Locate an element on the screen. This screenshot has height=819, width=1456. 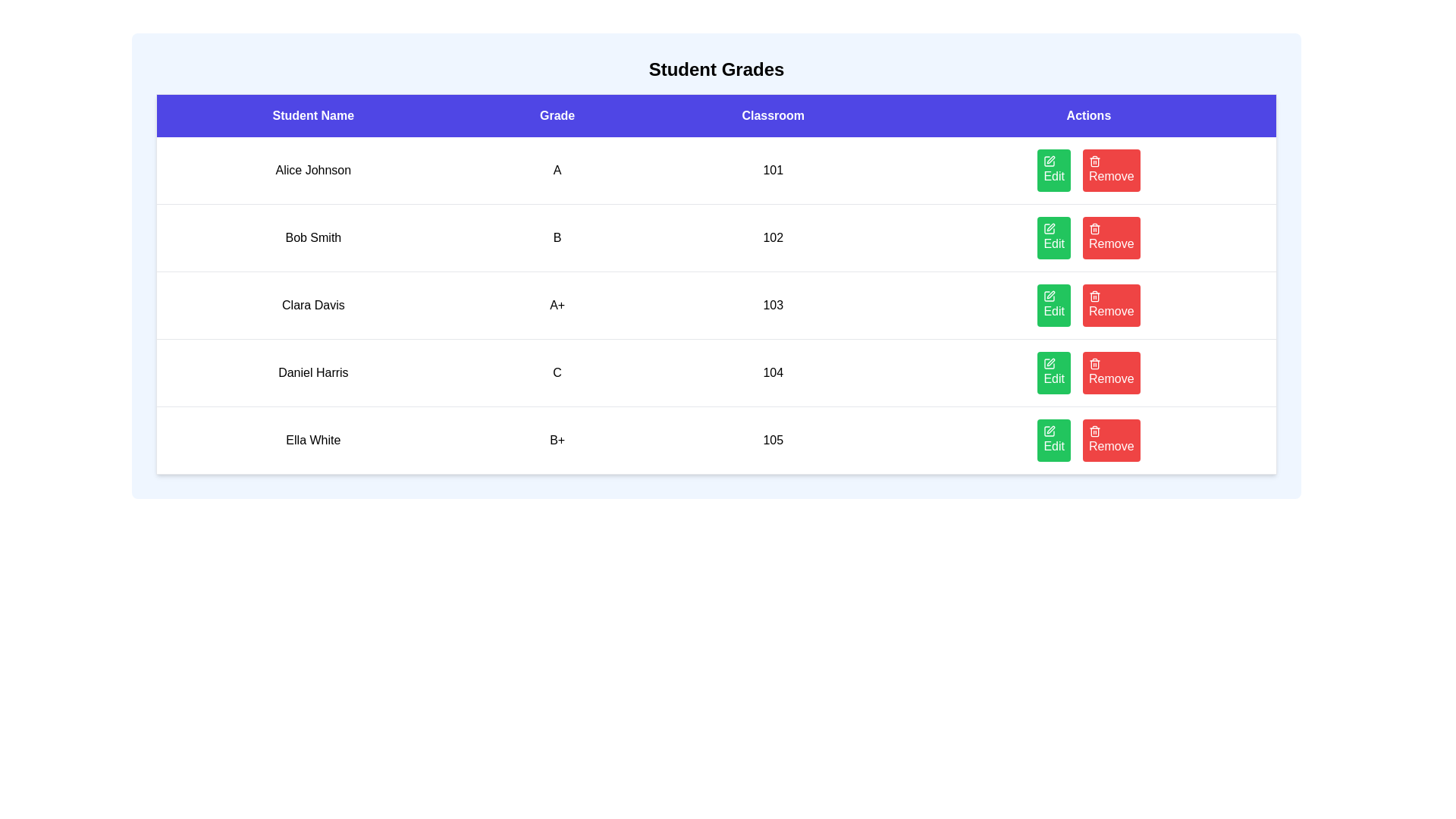
the 'Edit' button for the student named Ella White is located at coordinates (1053, 441).